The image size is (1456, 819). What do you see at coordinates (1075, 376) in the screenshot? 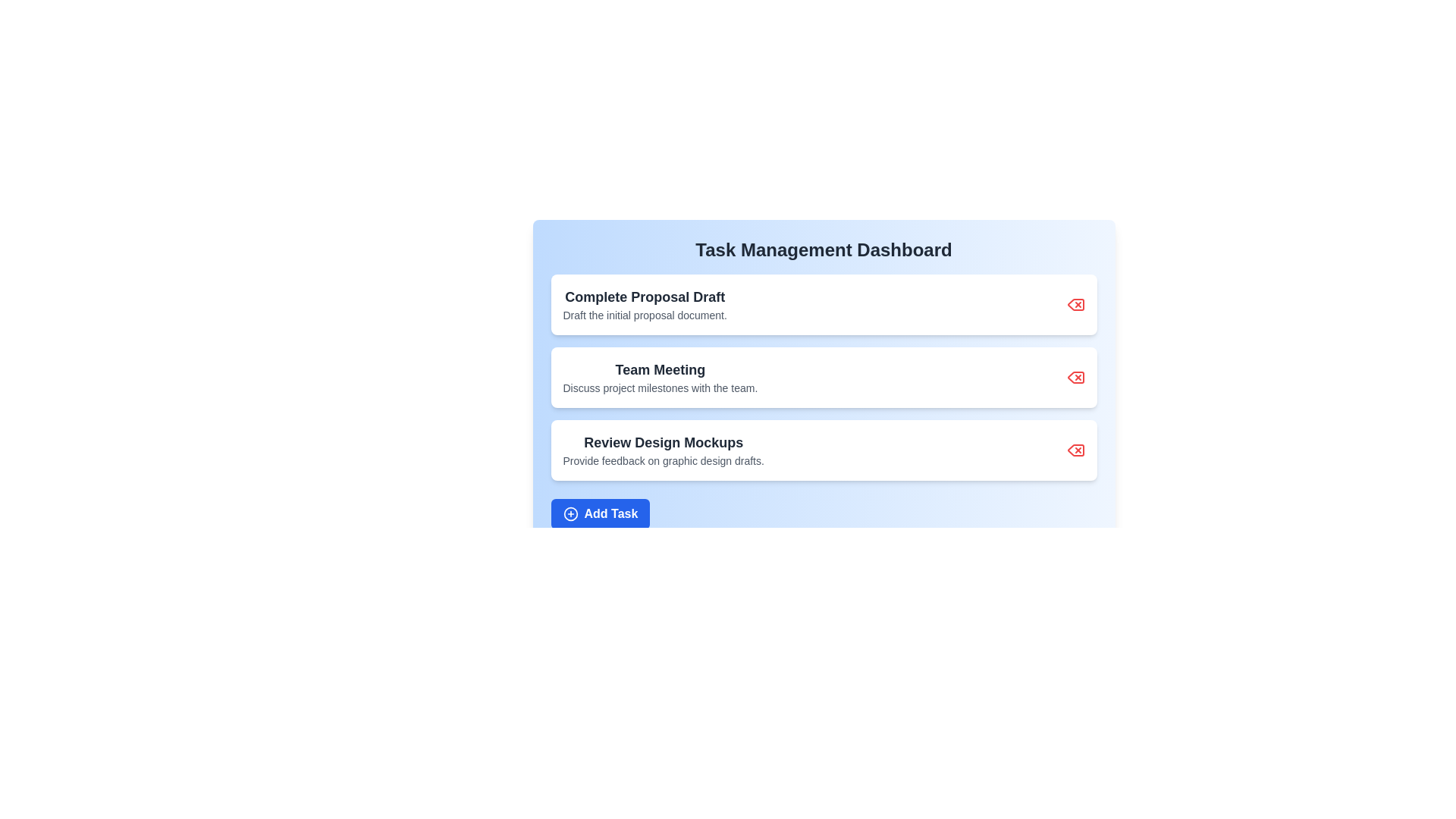
I see `delete button for the task with title 'Team Meeting'` at bounding box center [1075, 376].